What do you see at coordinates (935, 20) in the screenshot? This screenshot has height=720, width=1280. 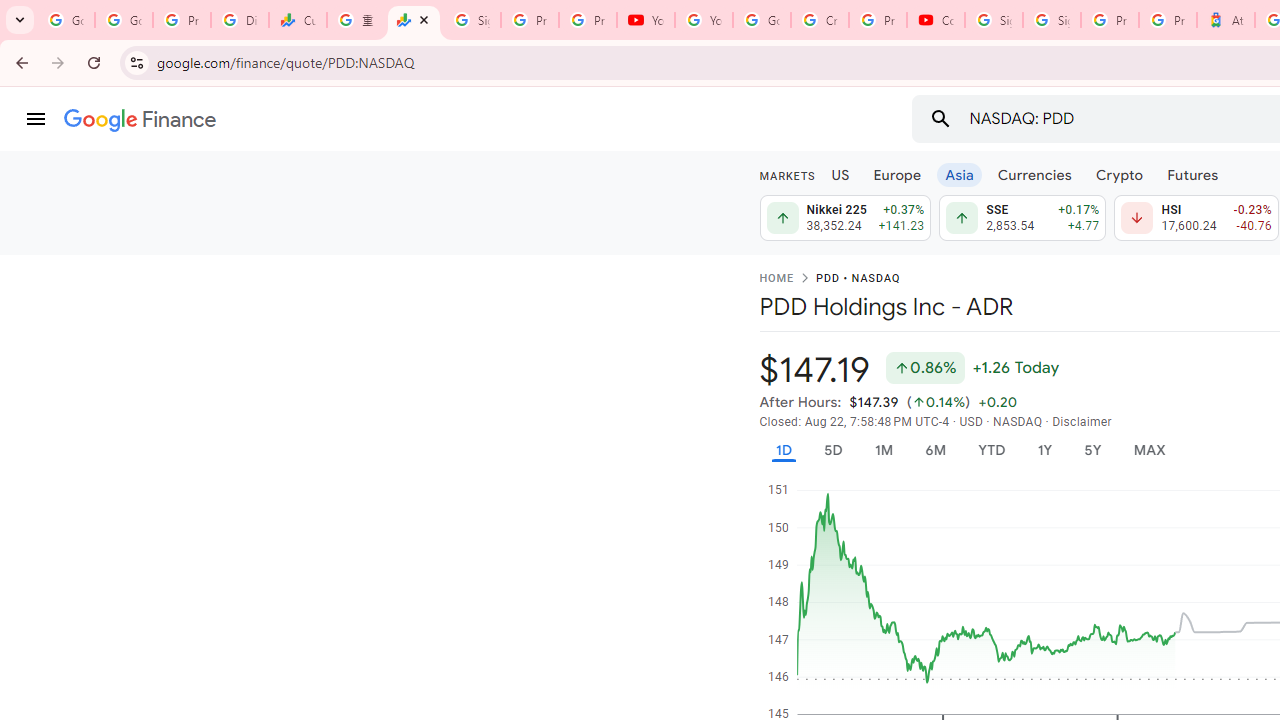 I see `'Content Creator Programs & Opportunities - YouTube Creators'` at bounding box center [935, 20].